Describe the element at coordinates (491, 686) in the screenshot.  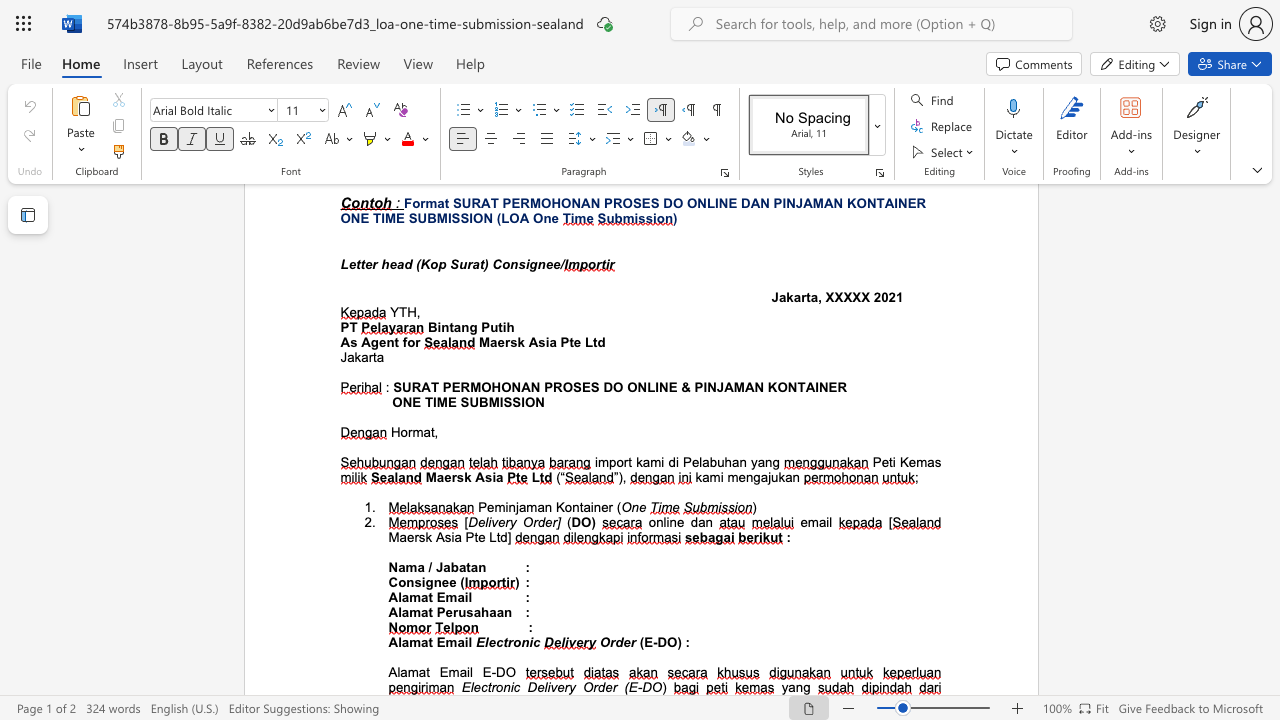
I see `the subset text "ronic Delivery Order (E-" within the text "Electronic Delivery Order (E-DO"` at that location.